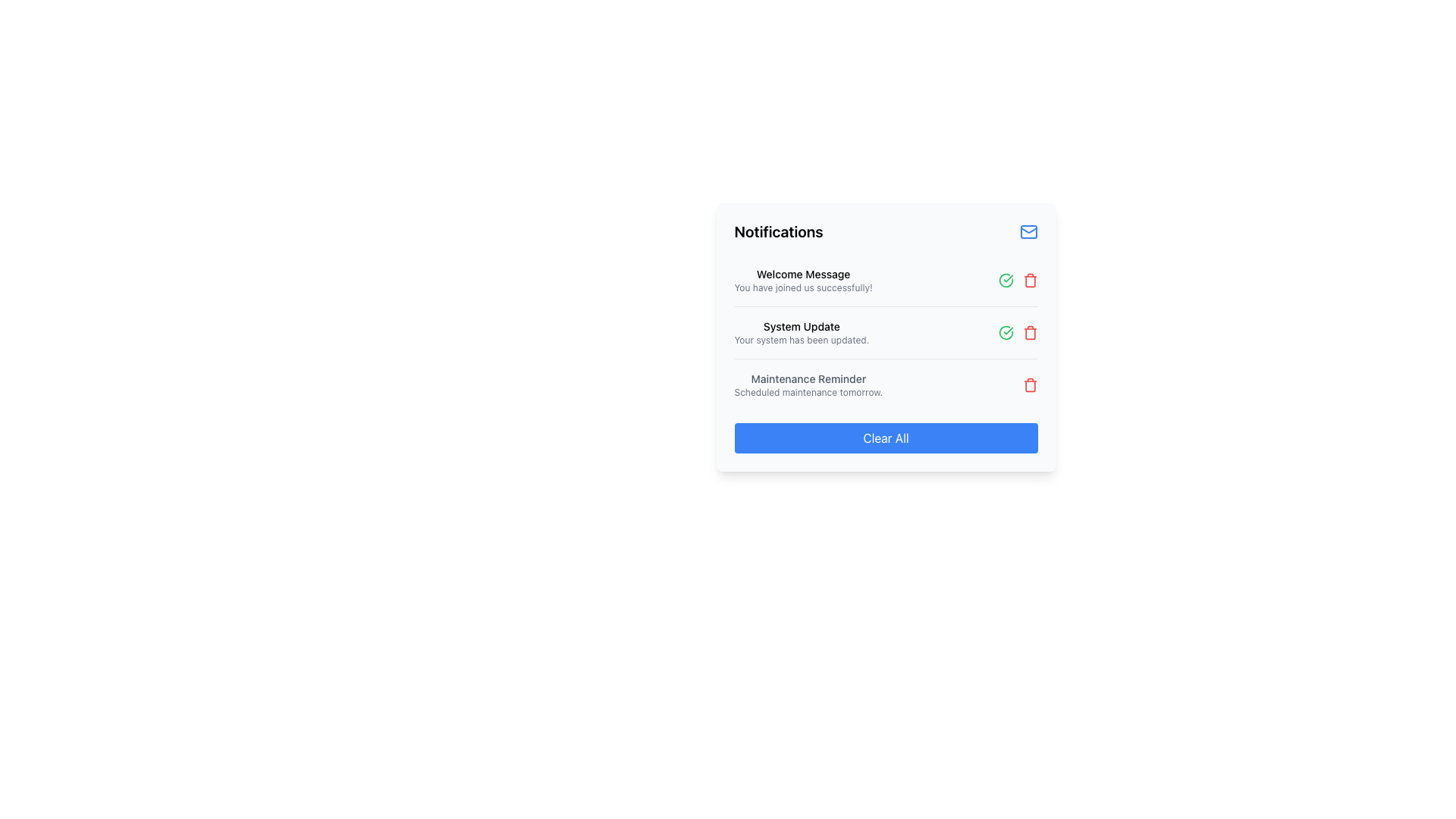  What do you see at coordinates (1030, 333) in the screenshot?
I see `the trash bin icon located next to the 'System Update' notification entry` at bounding box center [1030, 333].